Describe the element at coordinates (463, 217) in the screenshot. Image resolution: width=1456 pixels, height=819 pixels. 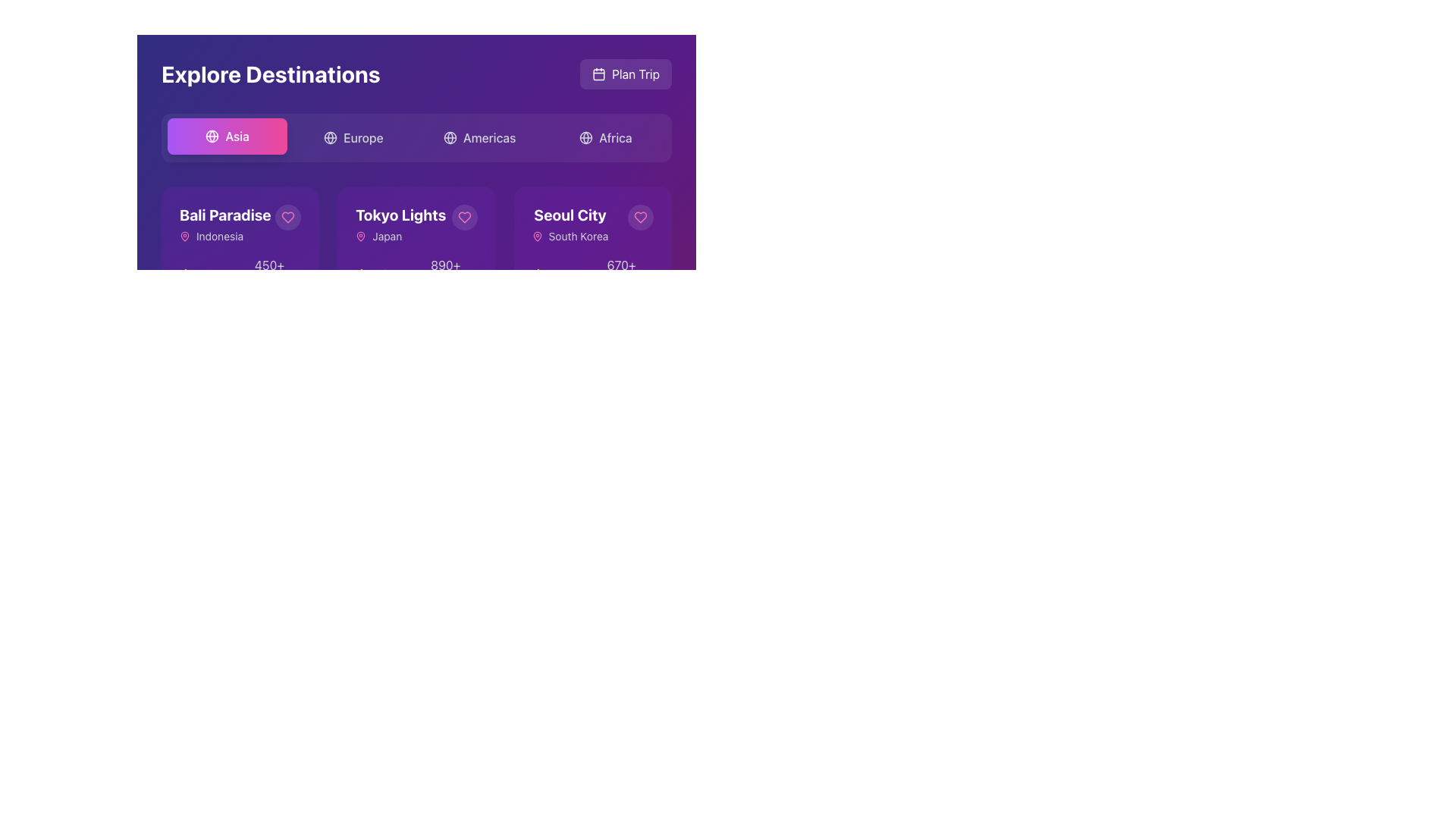
I see `the heart icon in the upper-right corner of the 'Tokyo Lights' destination card` at that location.